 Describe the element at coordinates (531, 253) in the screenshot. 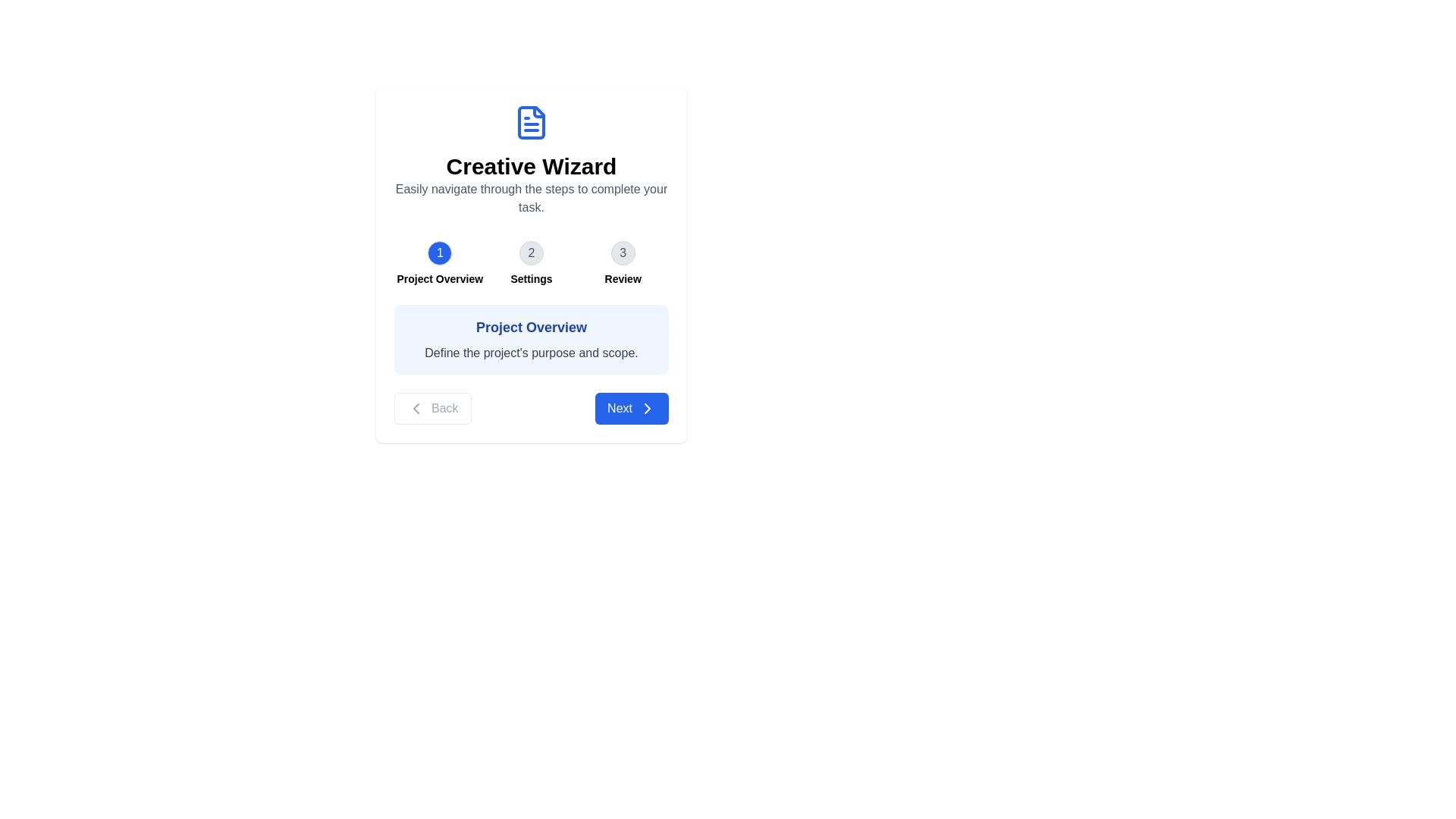

I see `the circular progress step indicator with the number '2' in darker gray text, located above the 'Settings' label, between 'Project Overview' and 'Review'` at that location.